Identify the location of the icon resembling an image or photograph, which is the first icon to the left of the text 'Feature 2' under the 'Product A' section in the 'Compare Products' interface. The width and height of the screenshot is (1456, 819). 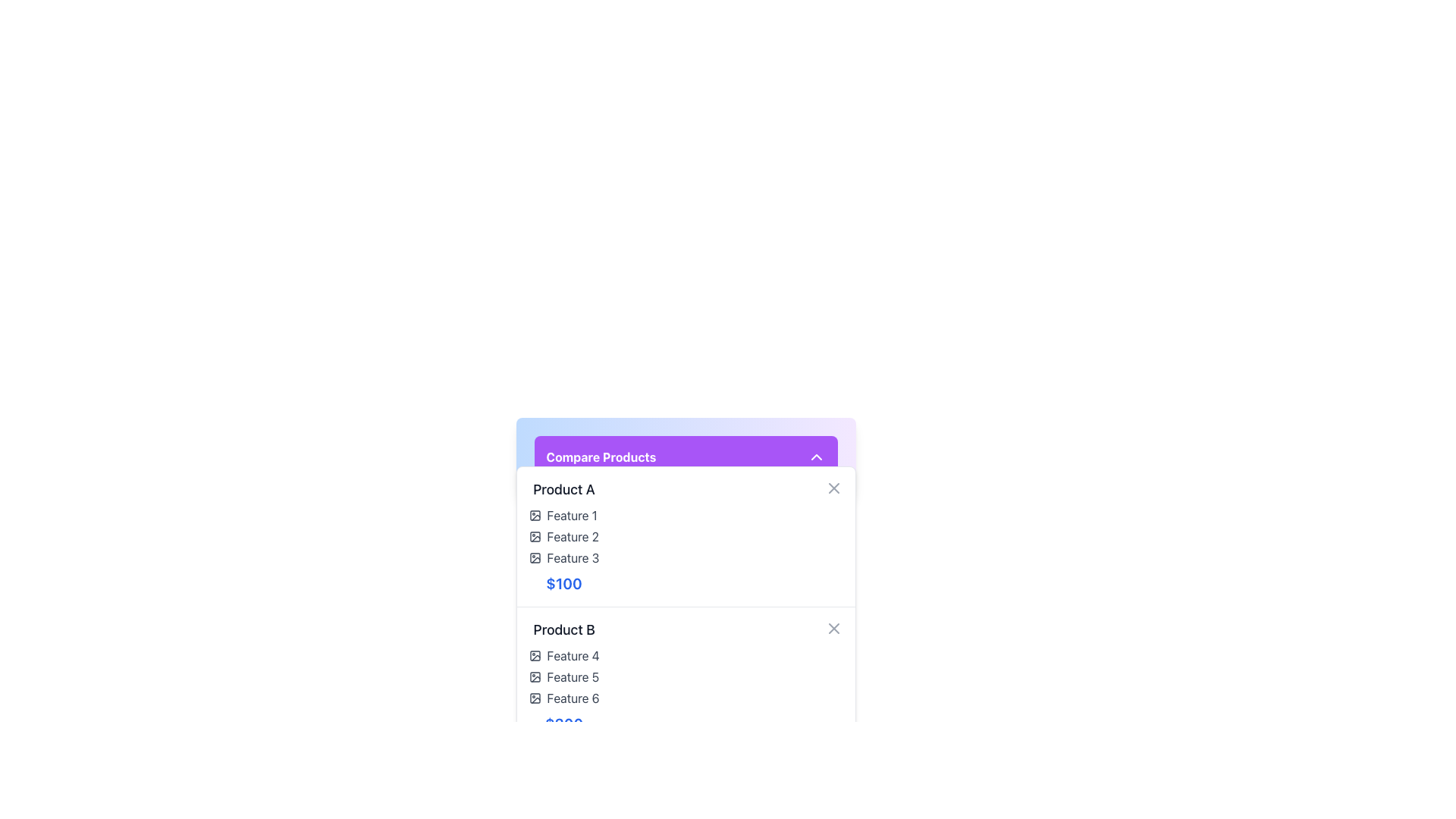
(535, 536).